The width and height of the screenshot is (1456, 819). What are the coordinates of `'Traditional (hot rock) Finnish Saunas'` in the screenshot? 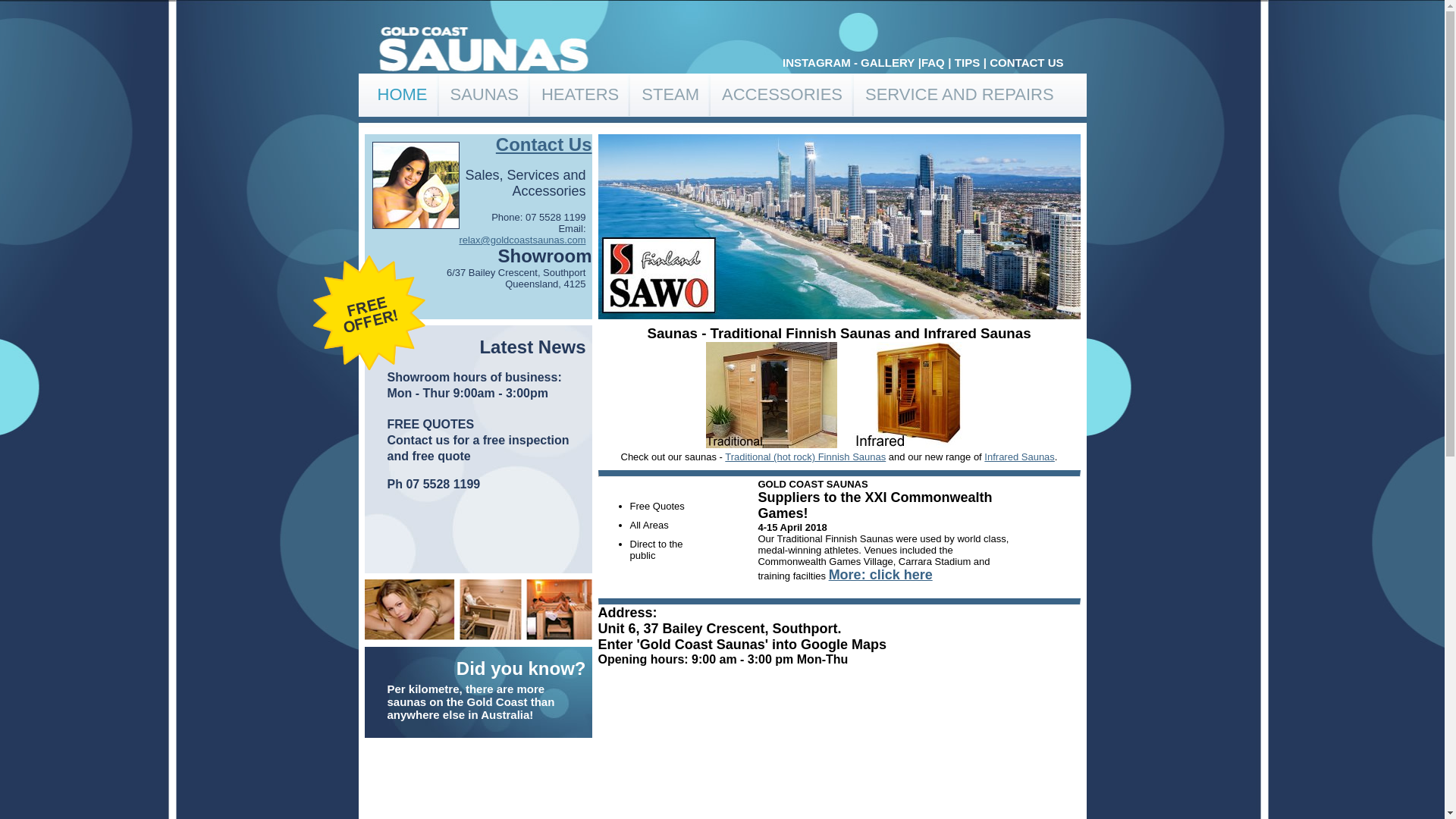 It's located at (804, 456).